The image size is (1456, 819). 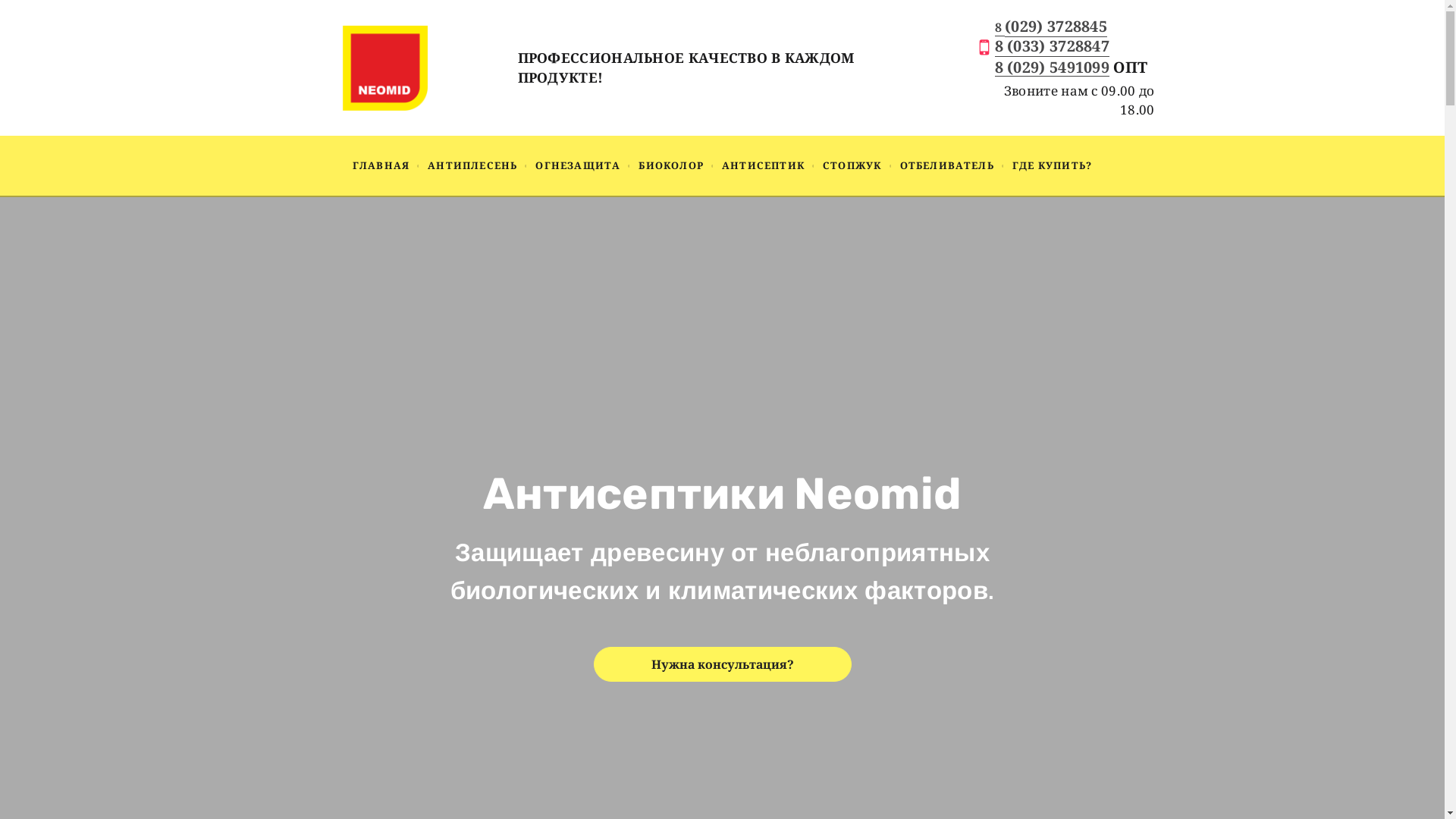 I want to click on '8 (029) 5491099', so click(x=1051, y=69).